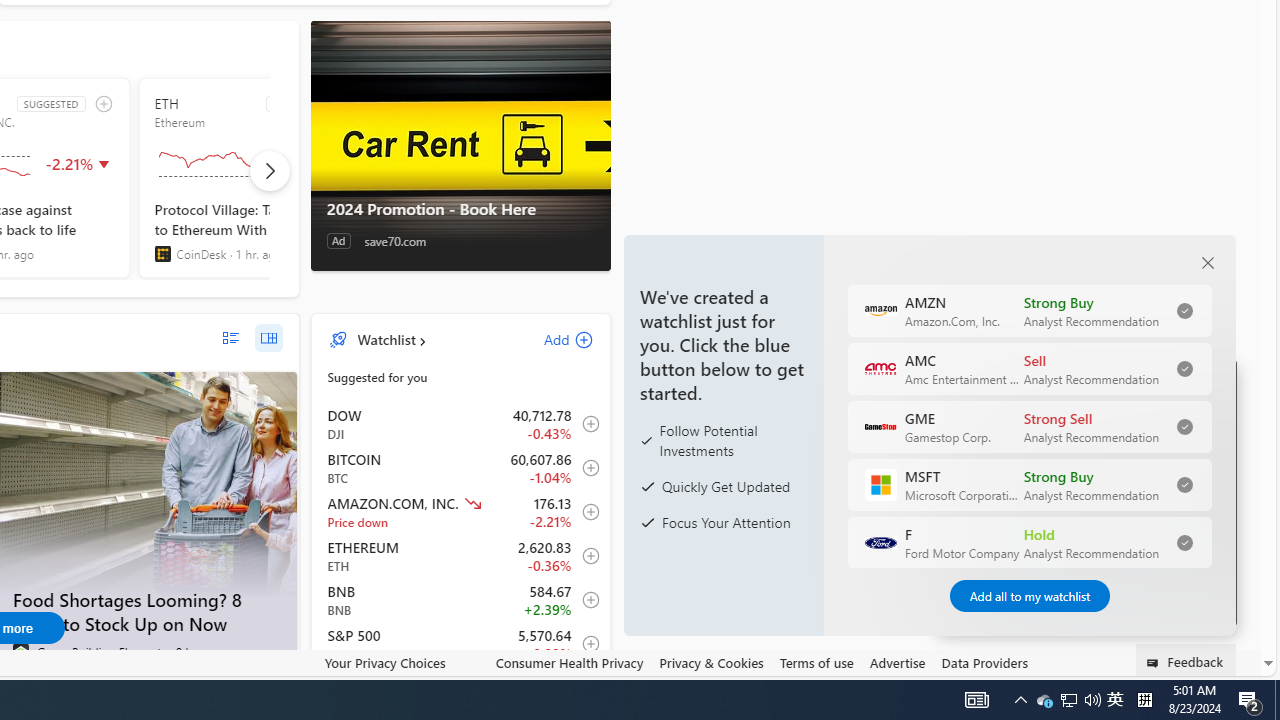  I want to click on 'Your Privacy Choices', so click(400, 663).